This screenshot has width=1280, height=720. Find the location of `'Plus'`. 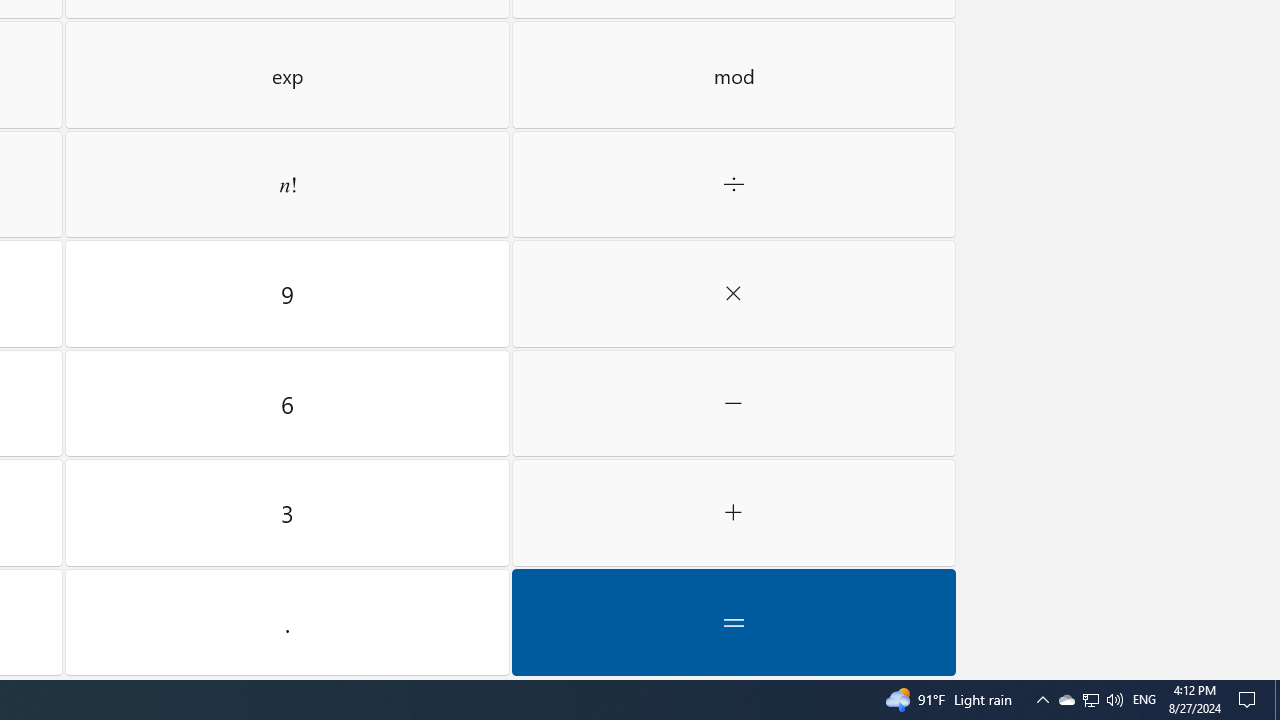

'Plus' is located at coordinates (733, 512).